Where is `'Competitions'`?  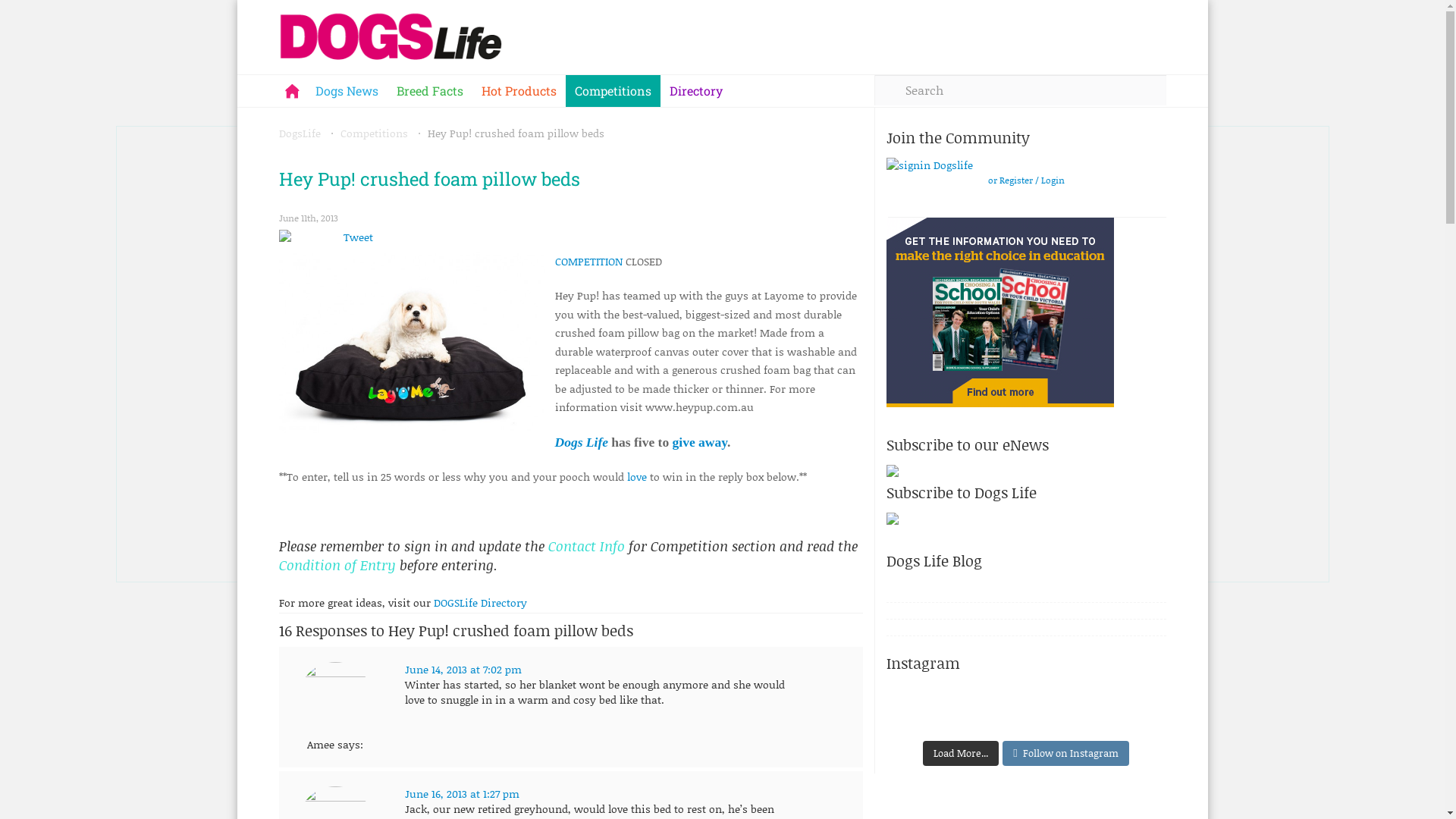 'Competitions' is located at coordinates (338, 132).